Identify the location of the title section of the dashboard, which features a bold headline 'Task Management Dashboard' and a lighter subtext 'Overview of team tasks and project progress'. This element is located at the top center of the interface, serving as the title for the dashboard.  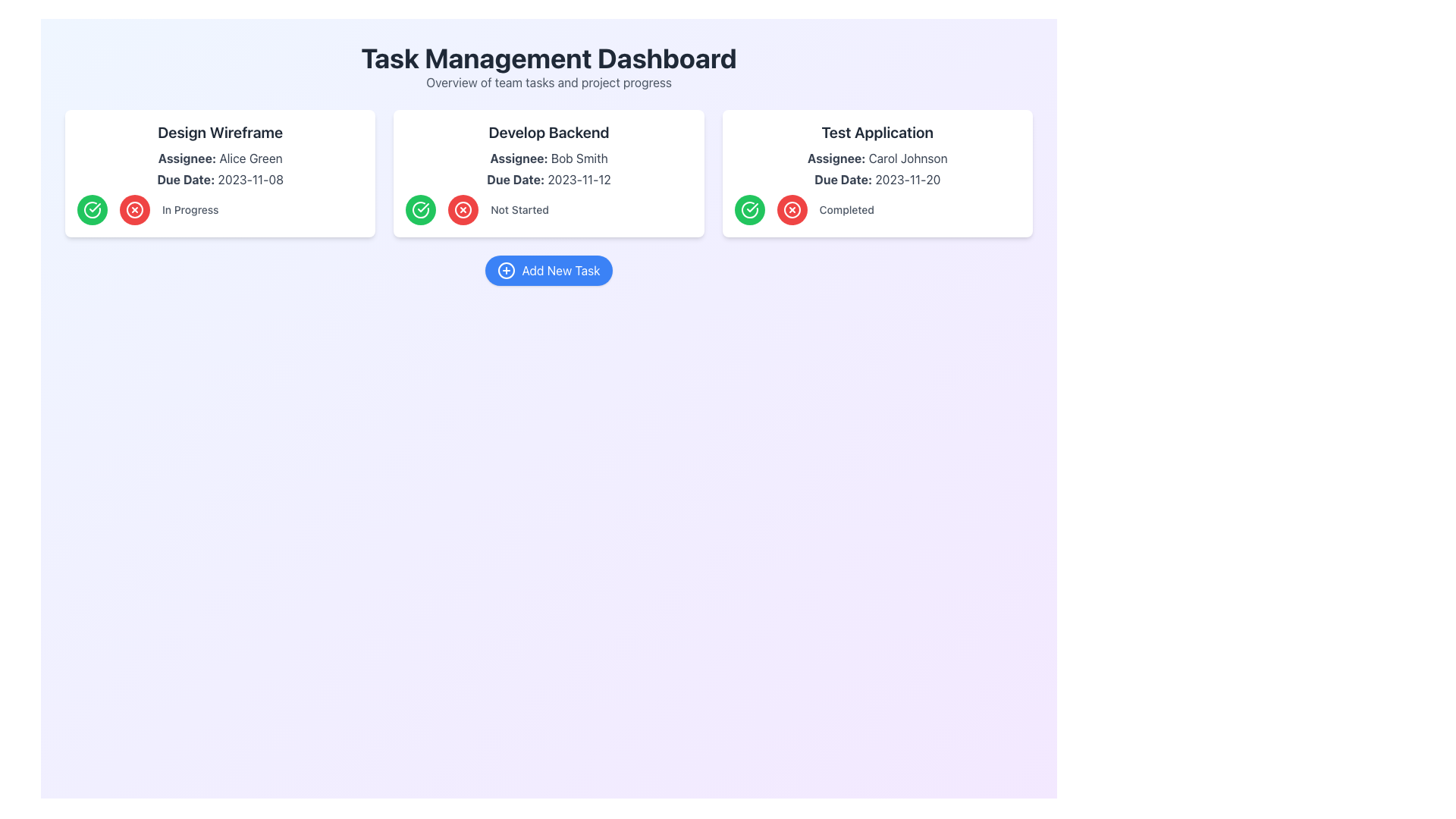
(548, 66).